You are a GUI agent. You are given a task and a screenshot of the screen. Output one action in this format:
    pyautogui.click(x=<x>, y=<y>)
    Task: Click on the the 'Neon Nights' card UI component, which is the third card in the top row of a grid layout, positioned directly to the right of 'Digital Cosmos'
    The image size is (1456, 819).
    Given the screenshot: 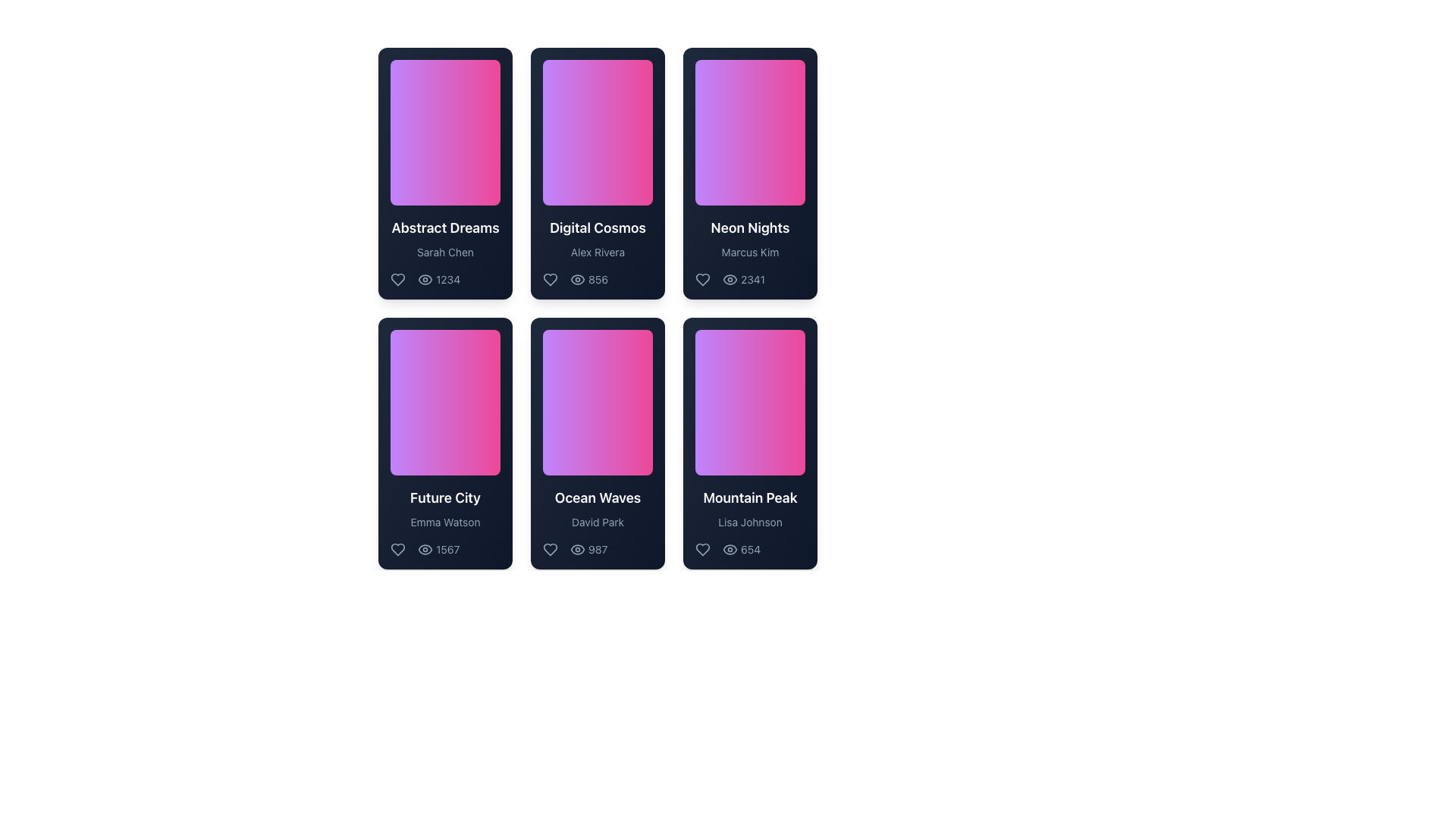 What is the action you would take?
    pyautogui.click(x=750, y=172)
    